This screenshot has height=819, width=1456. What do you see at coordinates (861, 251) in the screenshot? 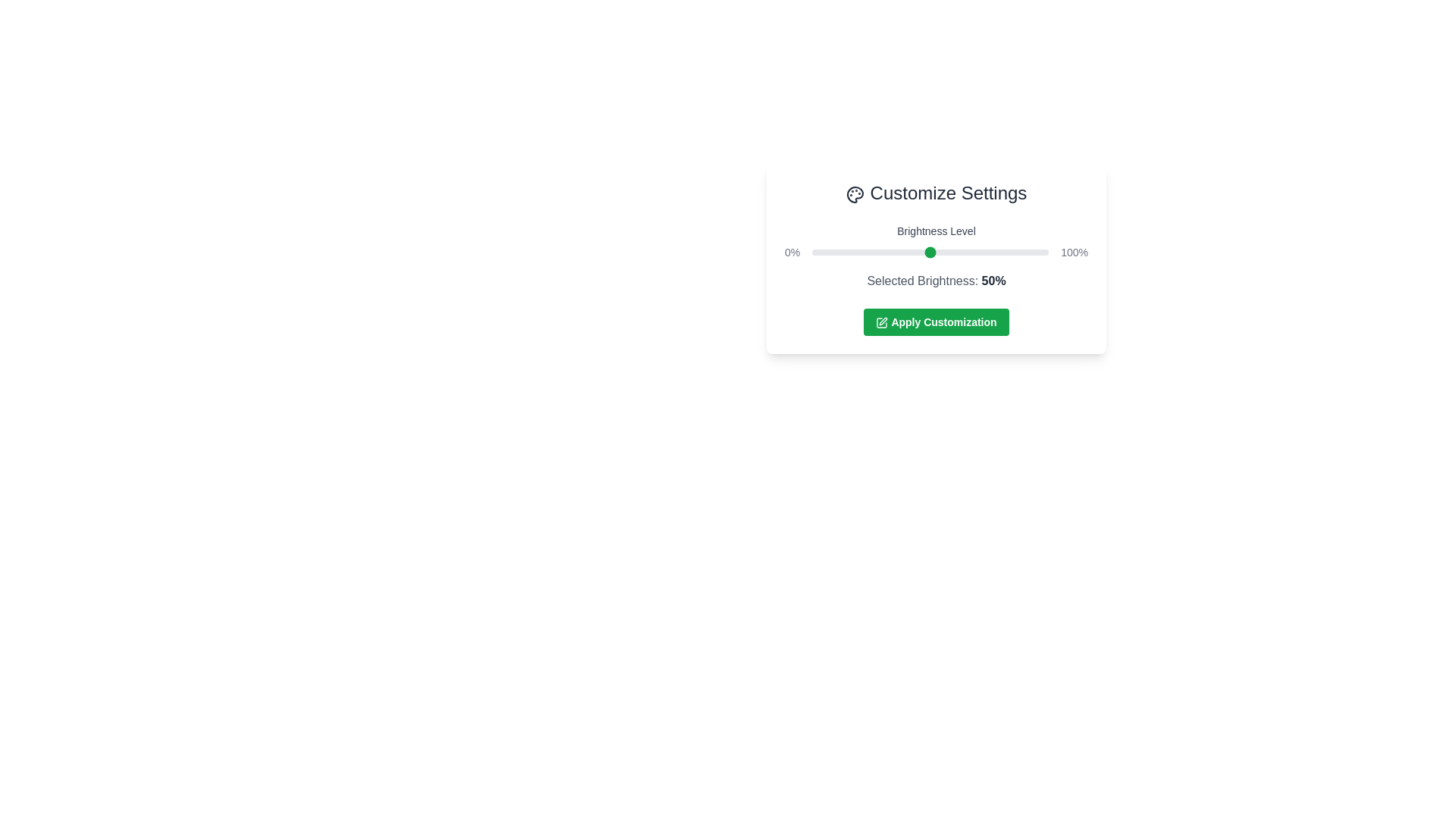
I see `the brightness` at bounding box center [861, 251].